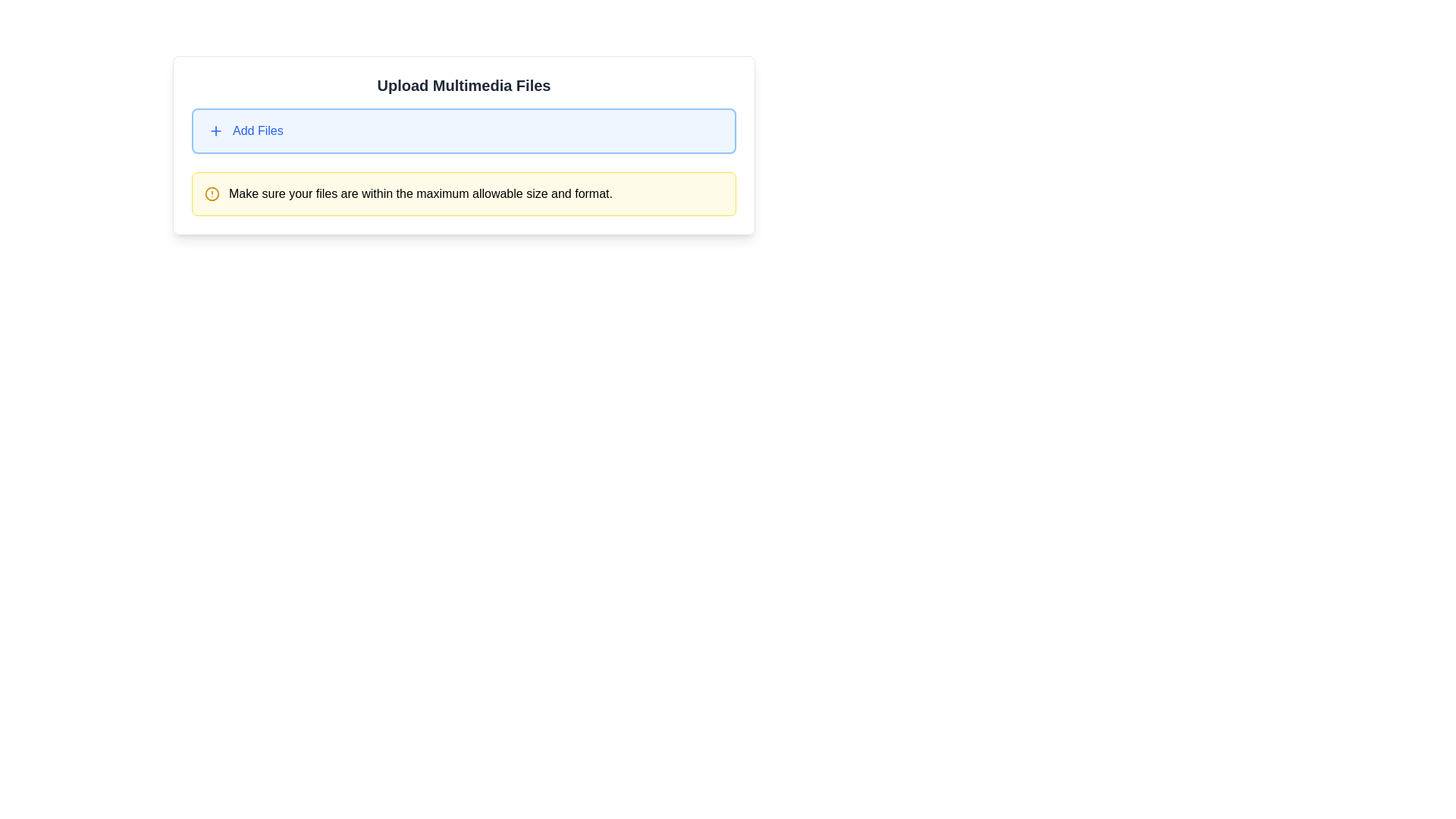 The image size is (1456, 819). Describe the element at coordinates (211, 193) in the screenshot. I see `the alert icon located at the leftmost side of the yellow alert box that emphasizes the message about file size and format requirements` at that location.